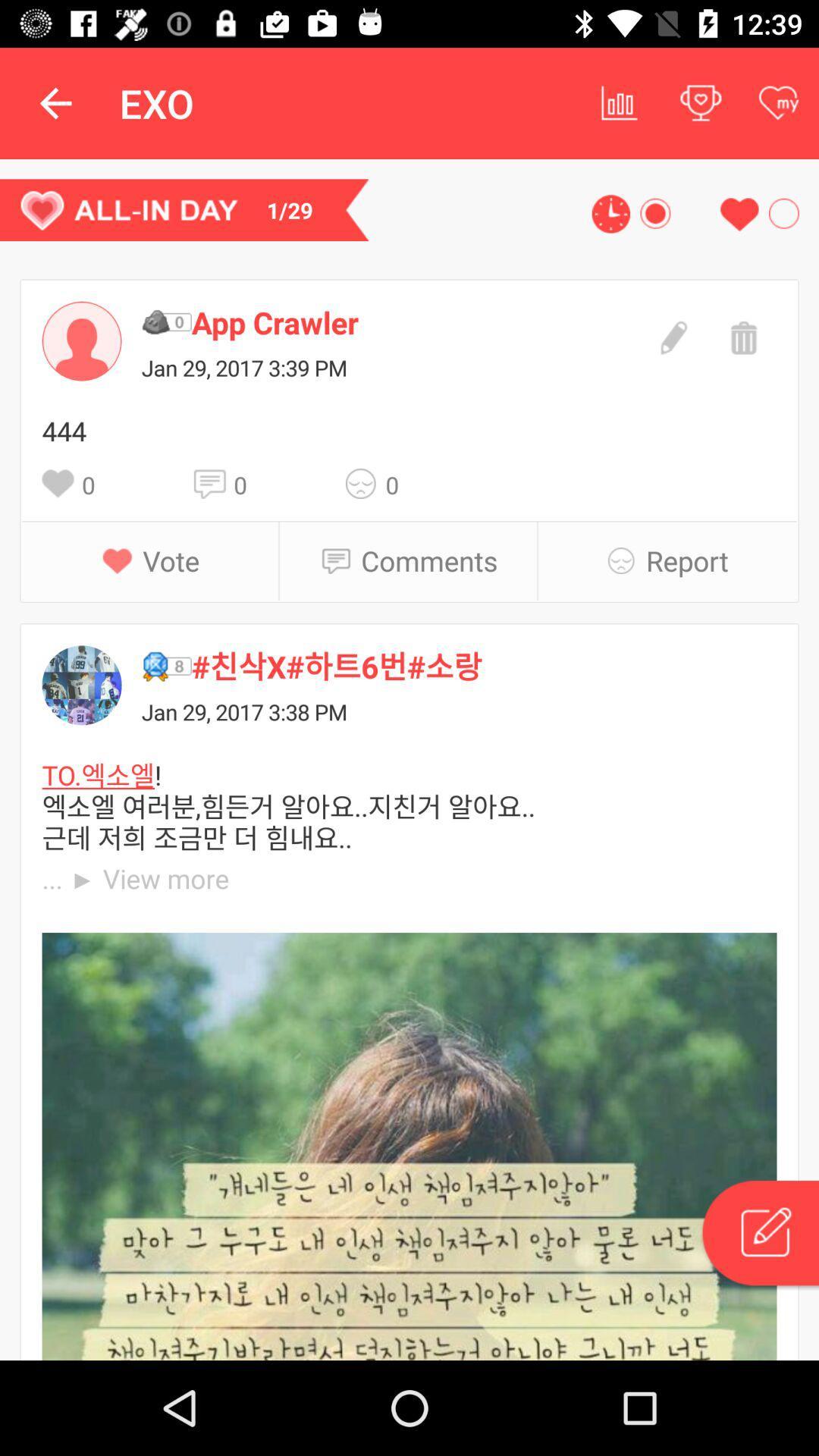  Describe the element at coordinates (55, 102) in the screenshot. I see `item next to exo app` at that location.